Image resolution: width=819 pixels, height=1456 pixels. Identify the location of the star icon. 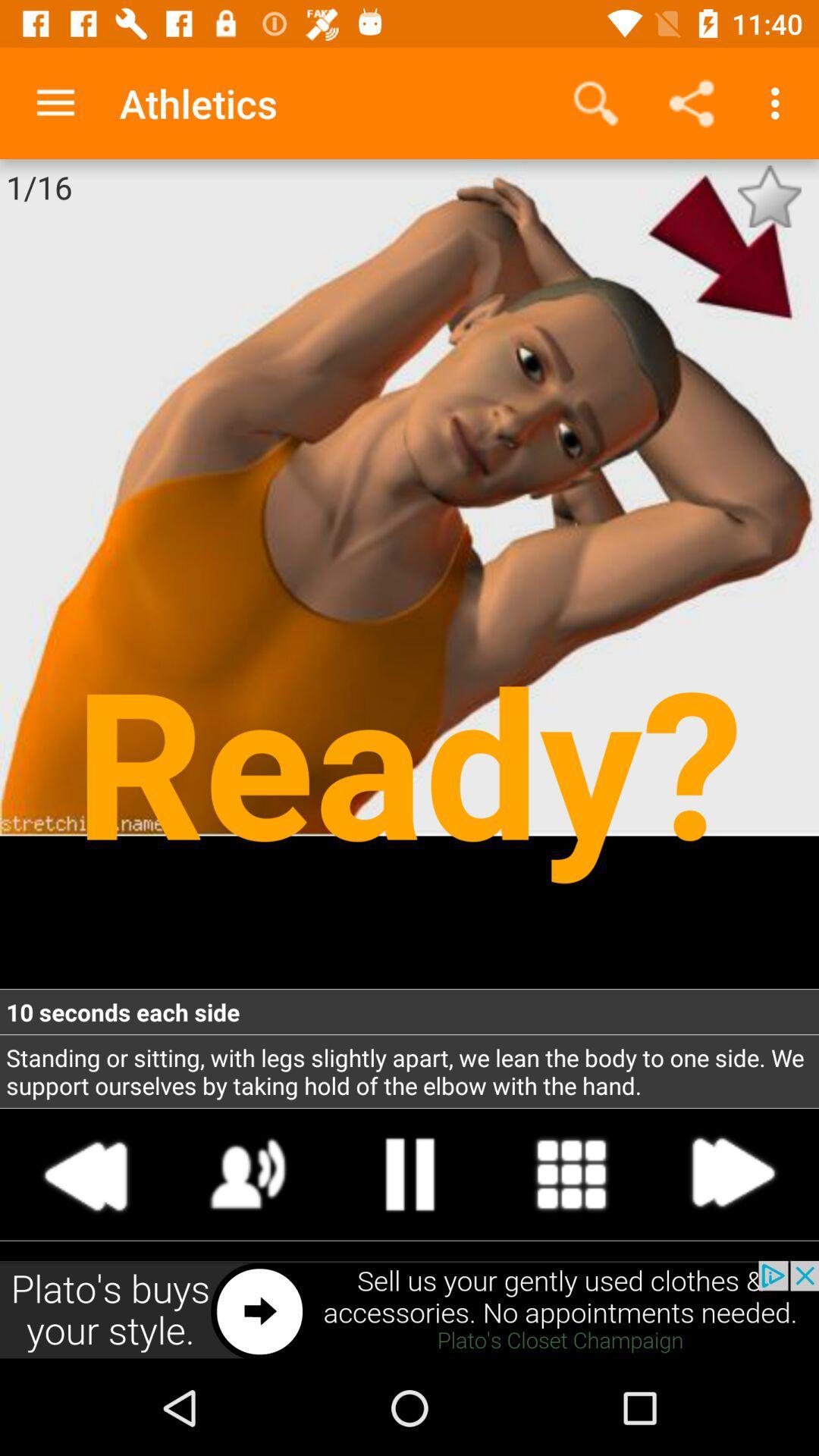
(769, 196).